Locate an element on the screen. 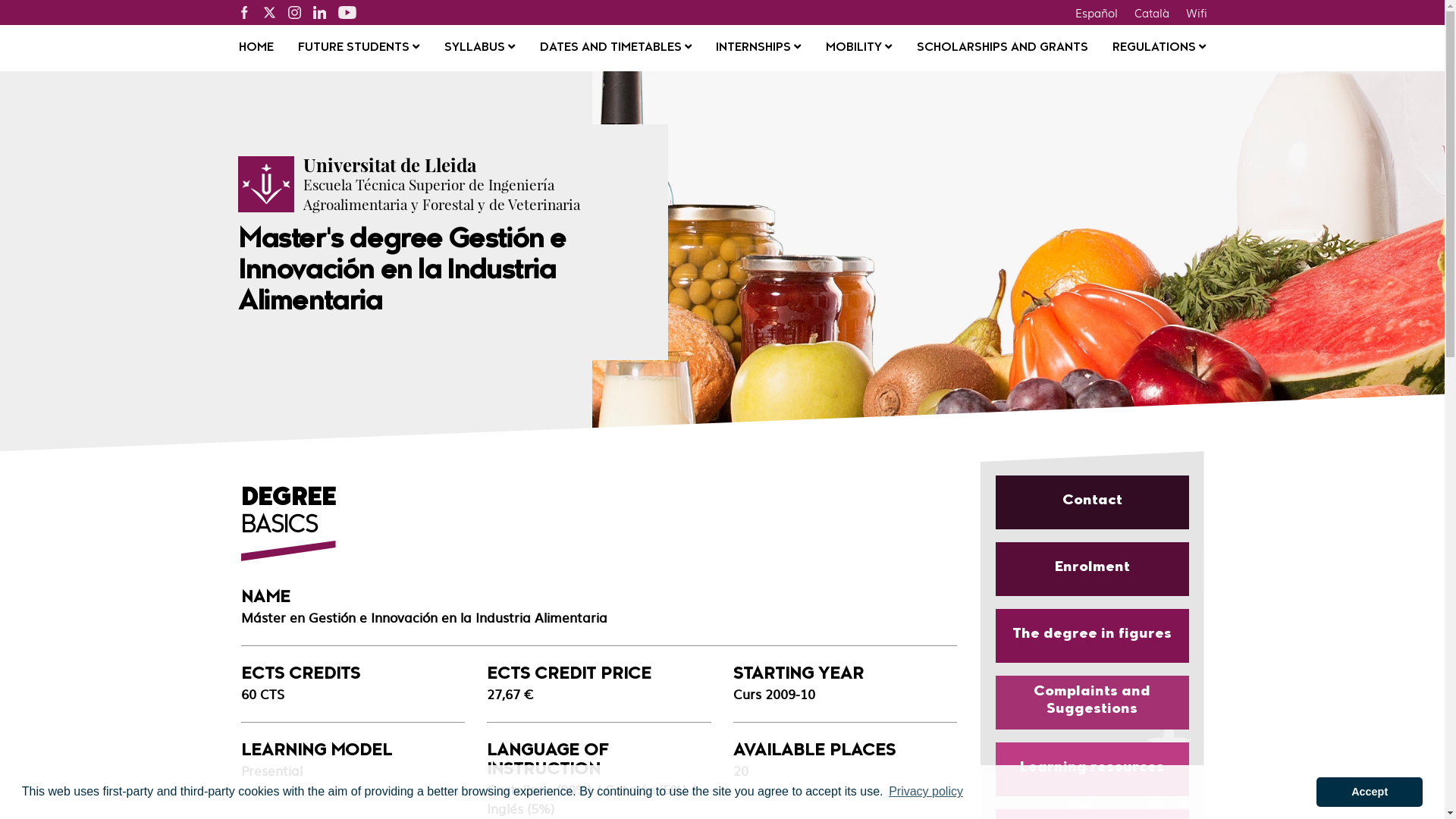 Image resolution: width=1456 pixels, height=819 pixels. 'SCHOLARSHIPS AND GRANTS' is located at coordinates (1002, 48).